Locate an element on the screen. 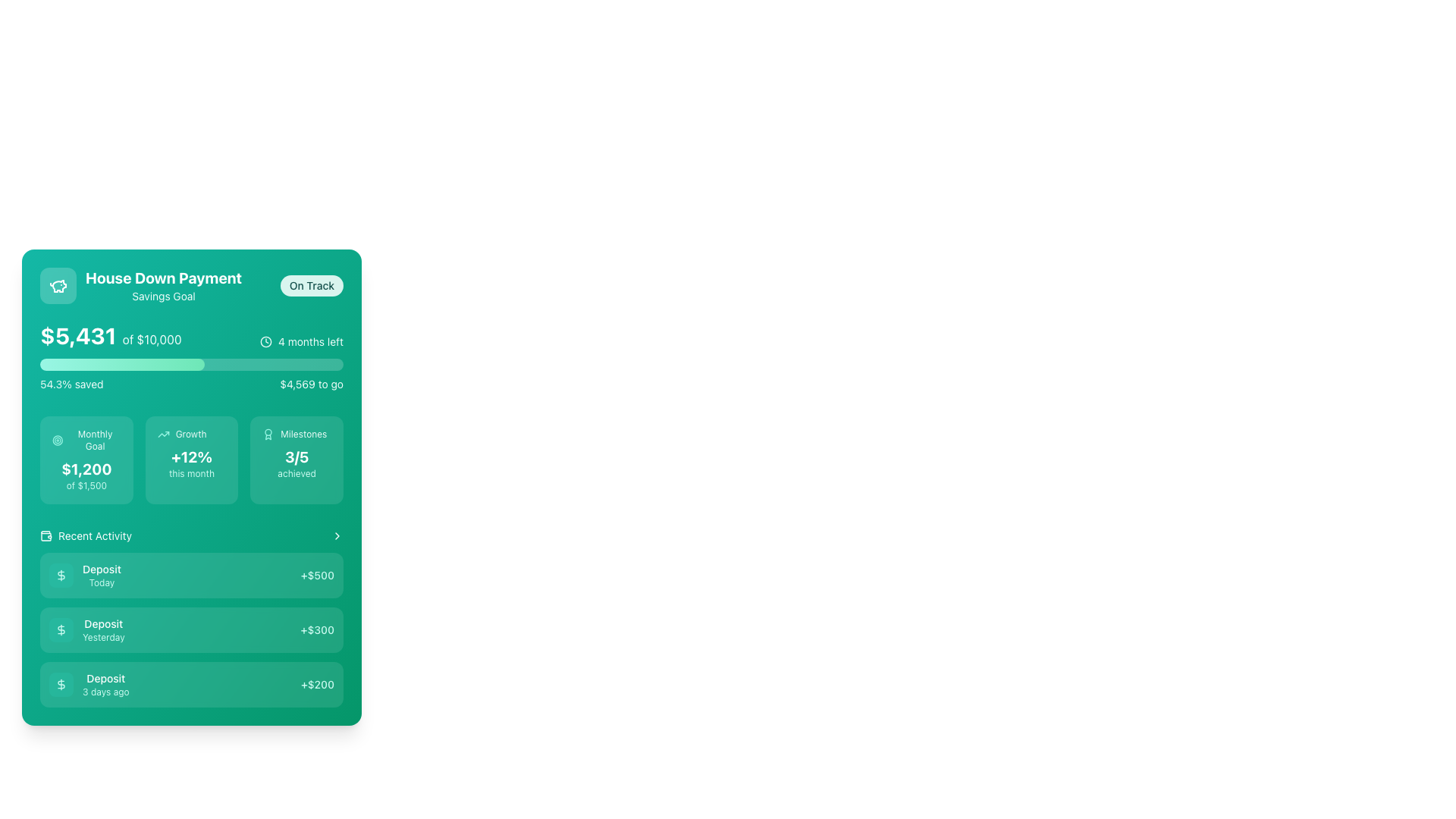 Image resolution: width=1456 pixels, height=819 pixels. static text label displaying 'of $10,000' in light teal color, located immediately to the right of the bold-text '$5,431' is located at coordinates (152, 338).